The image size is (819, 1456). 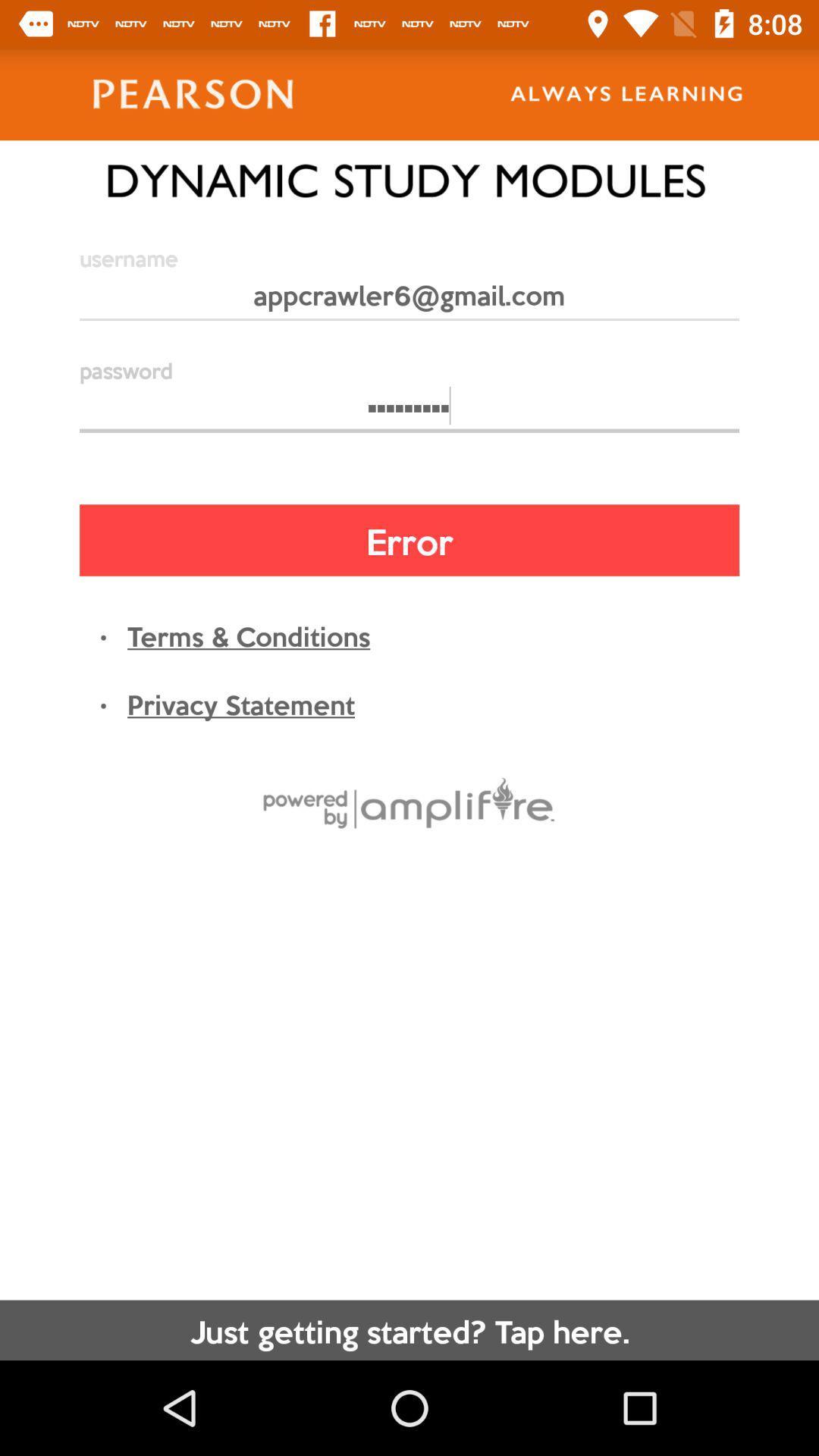 What do you see at coordinates (409, 413) in the screenshot?
I see `crowd3116` at bounding box center [409, 413].